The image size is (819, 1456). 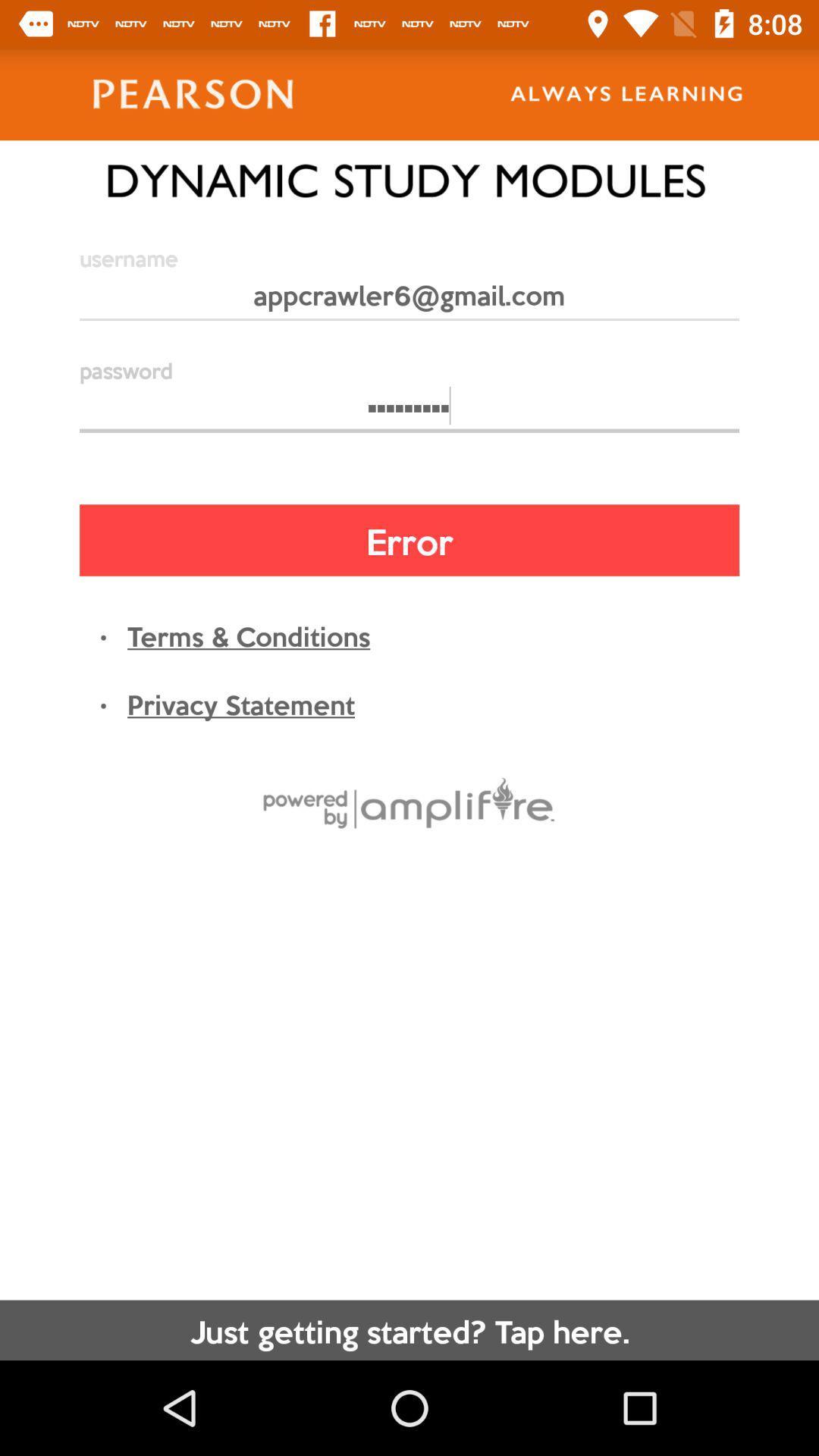 What do you see at coordinates (409, 413) in the screenshot?
I see `crowd3116` at bounding box center [409, 413].